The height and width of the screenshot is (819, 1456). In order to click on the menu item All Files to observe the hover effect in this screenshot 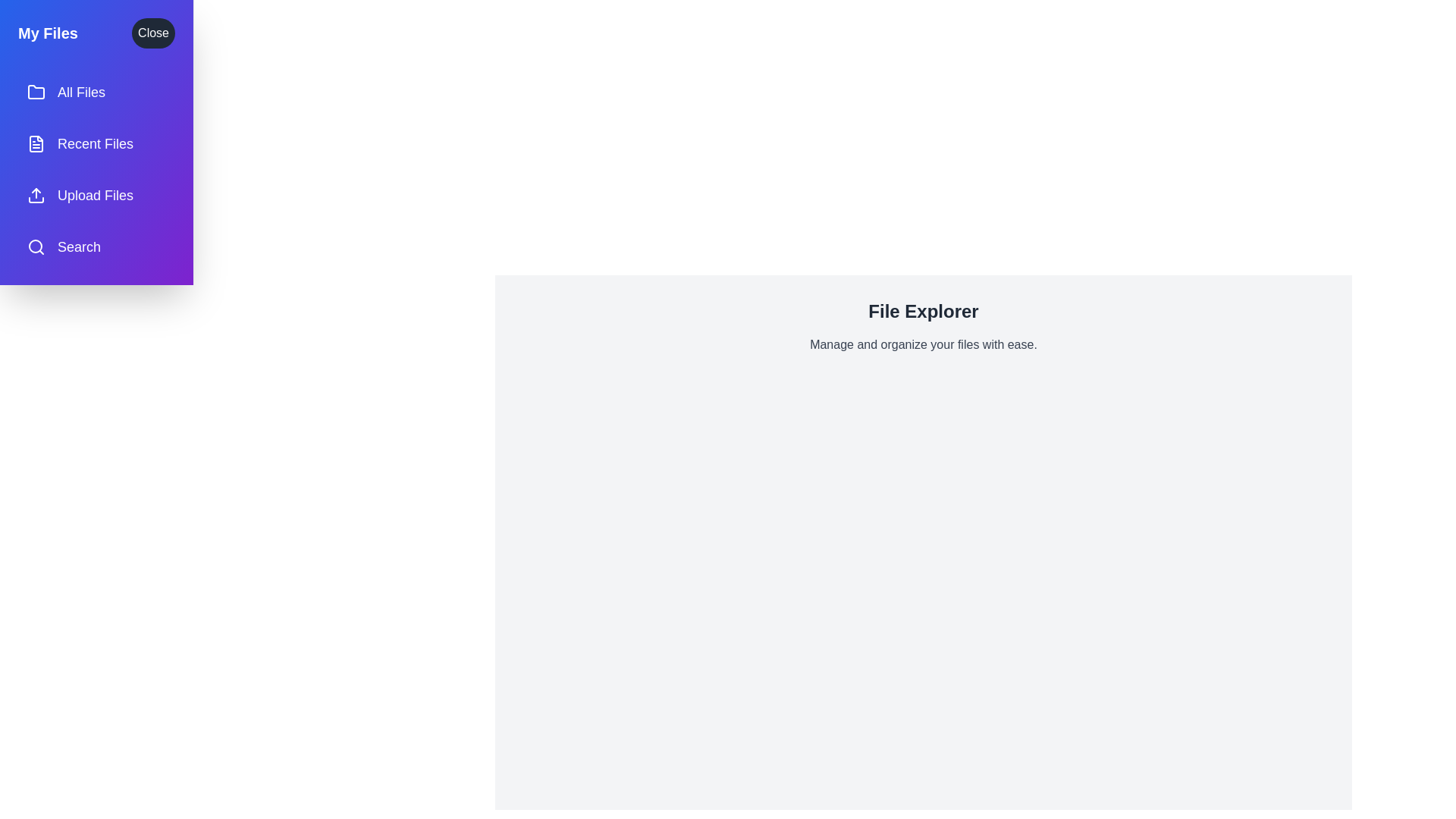, I will do `click(96, 93)`.